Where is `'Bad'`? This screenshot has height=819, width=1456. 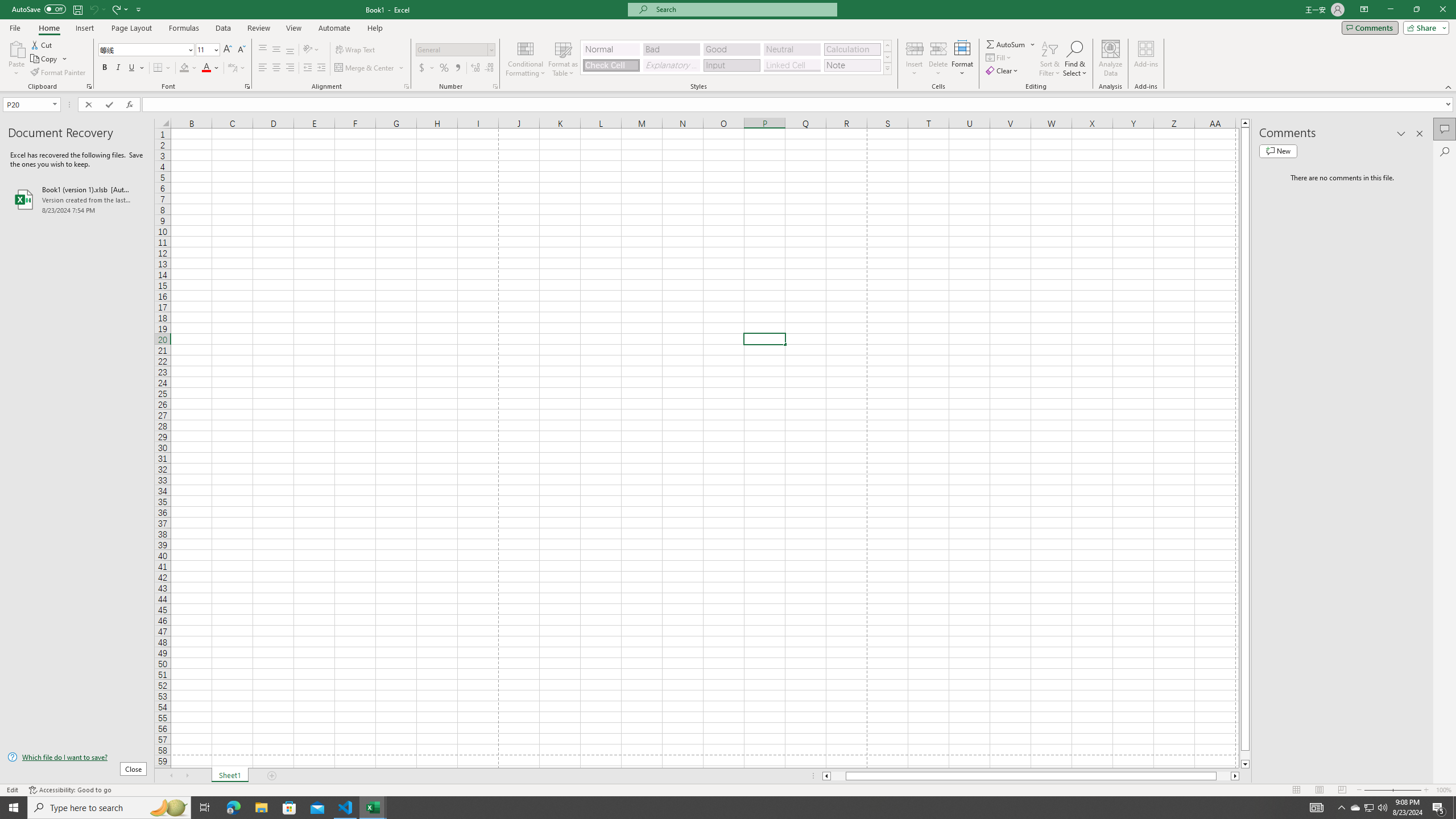 'Bad' is located at coordinates (672, 49).